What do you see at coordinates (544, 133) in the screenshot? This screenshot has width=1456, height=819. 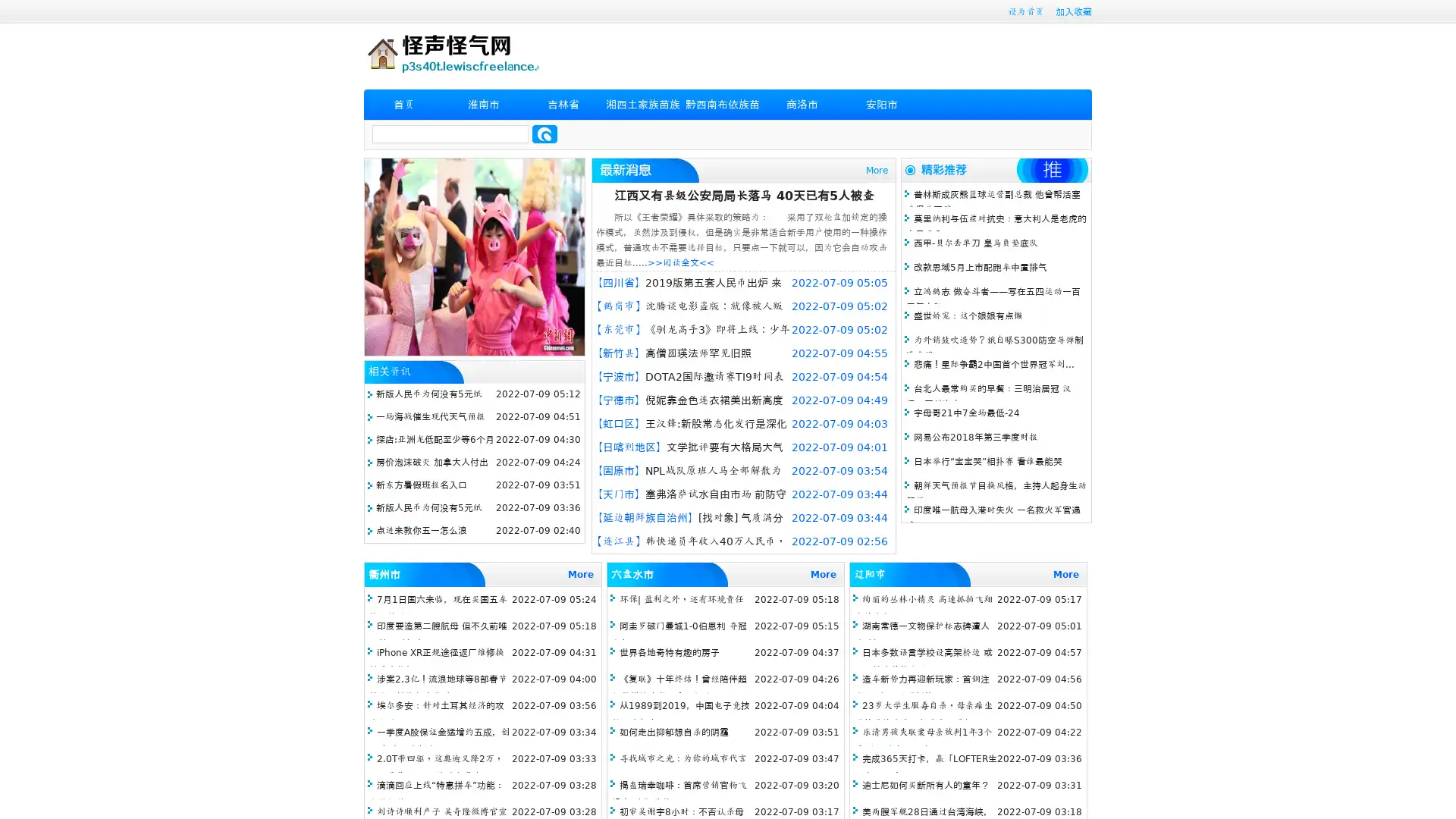 I see `Search` at bounding box center [544, 133].